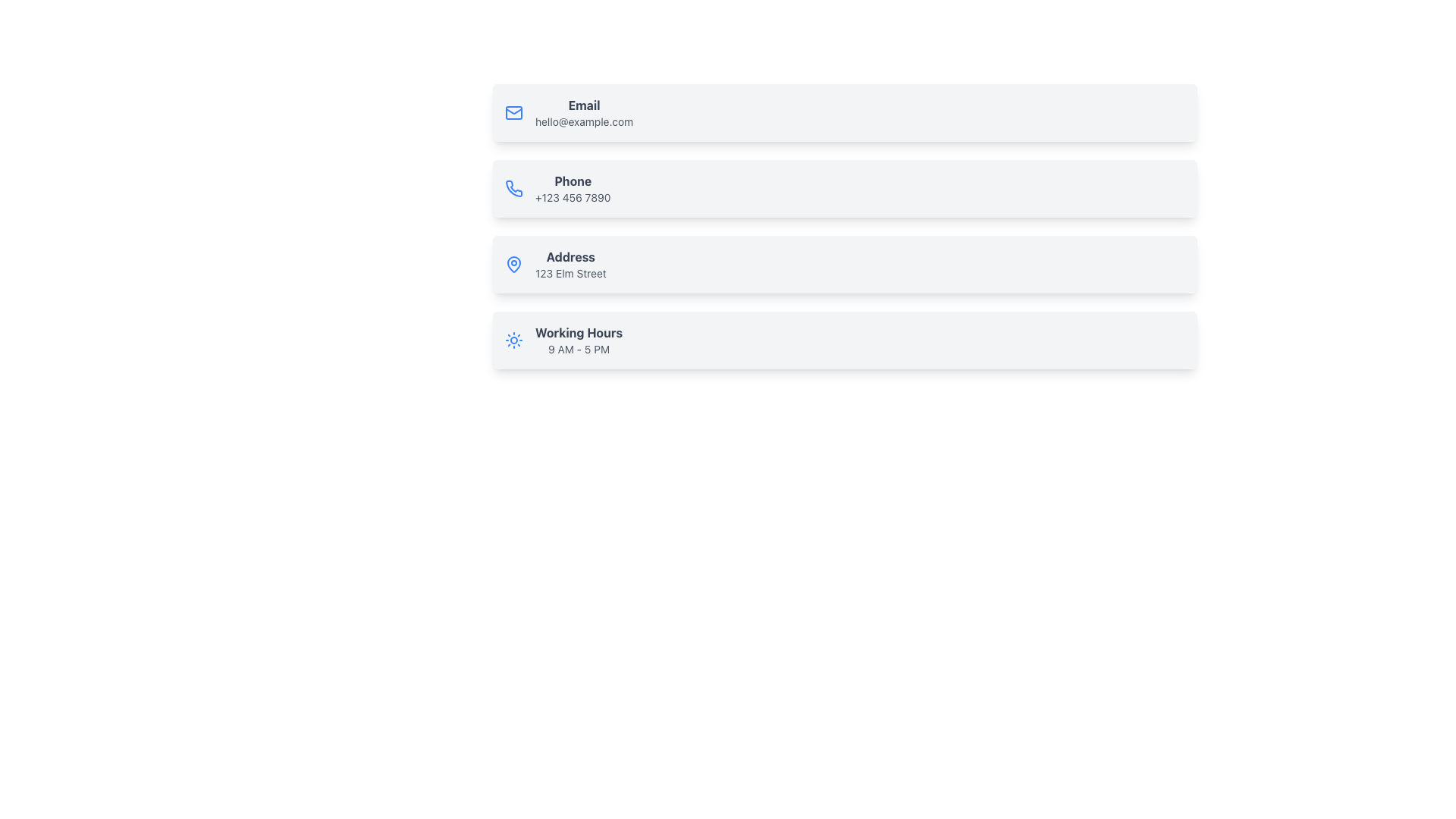 The image size is (1456, 819). What do you see at coordinates (844, 227) in the screenshot?
I see `displayed phone information from the second entry of the Information block, which is structured as a vertical list of contact details` at bounding box center [844, 227].